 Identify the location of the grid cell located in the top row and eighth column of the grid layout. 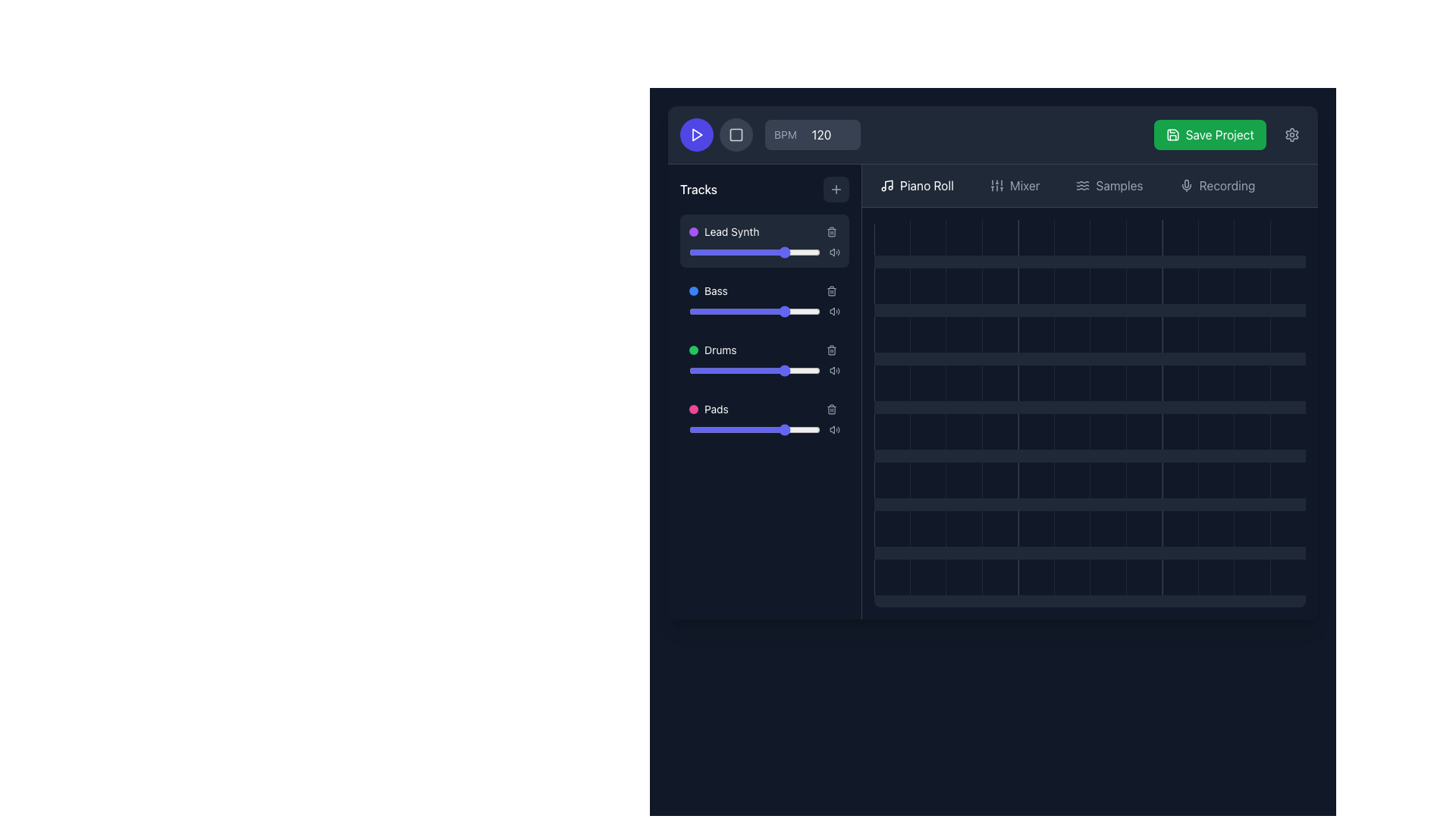
(1144, 237).